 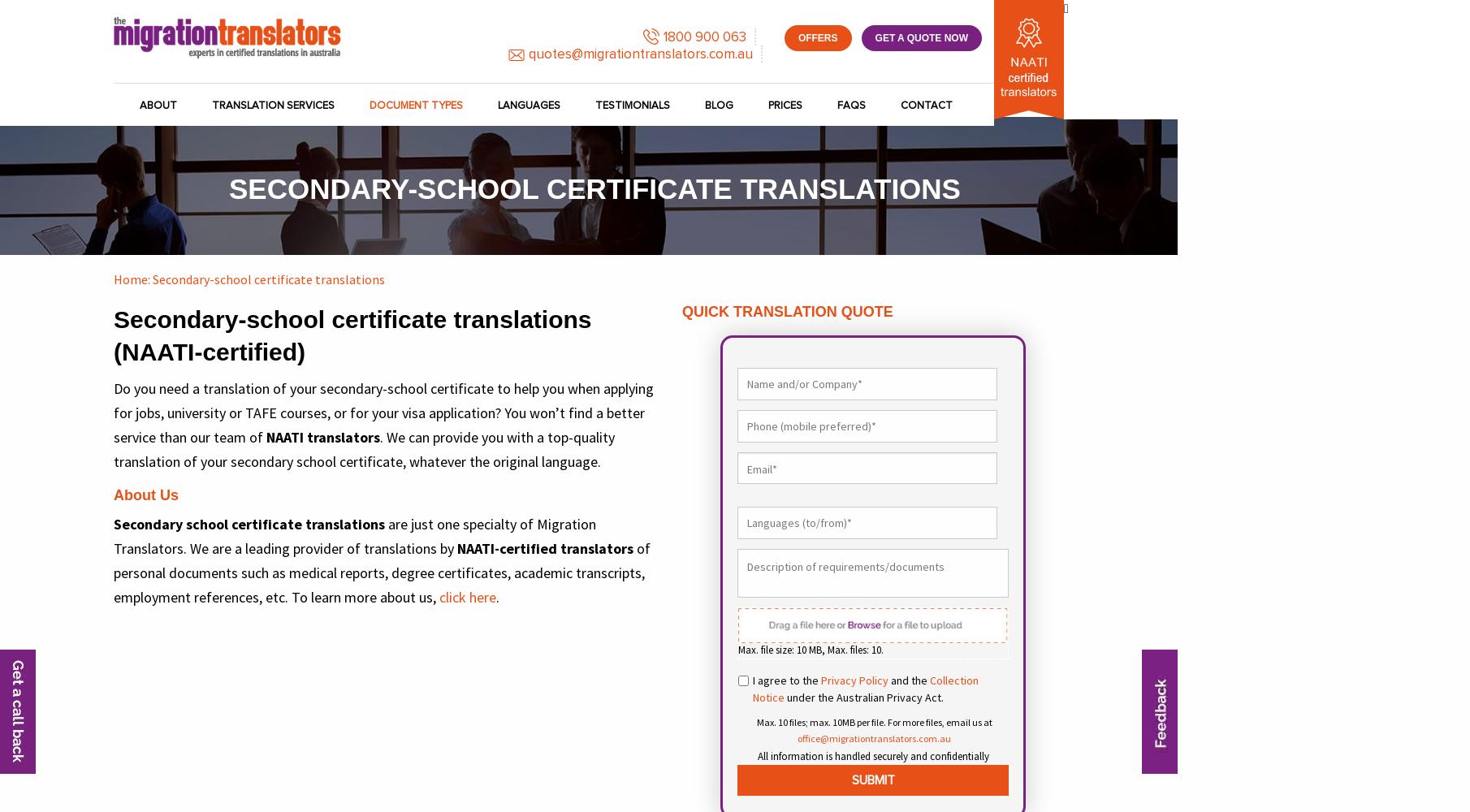 What do you see at coordinates (681, 312) in the screenshot?
I see `'Quick Translation Quote'` at bounding box center [681, 312].